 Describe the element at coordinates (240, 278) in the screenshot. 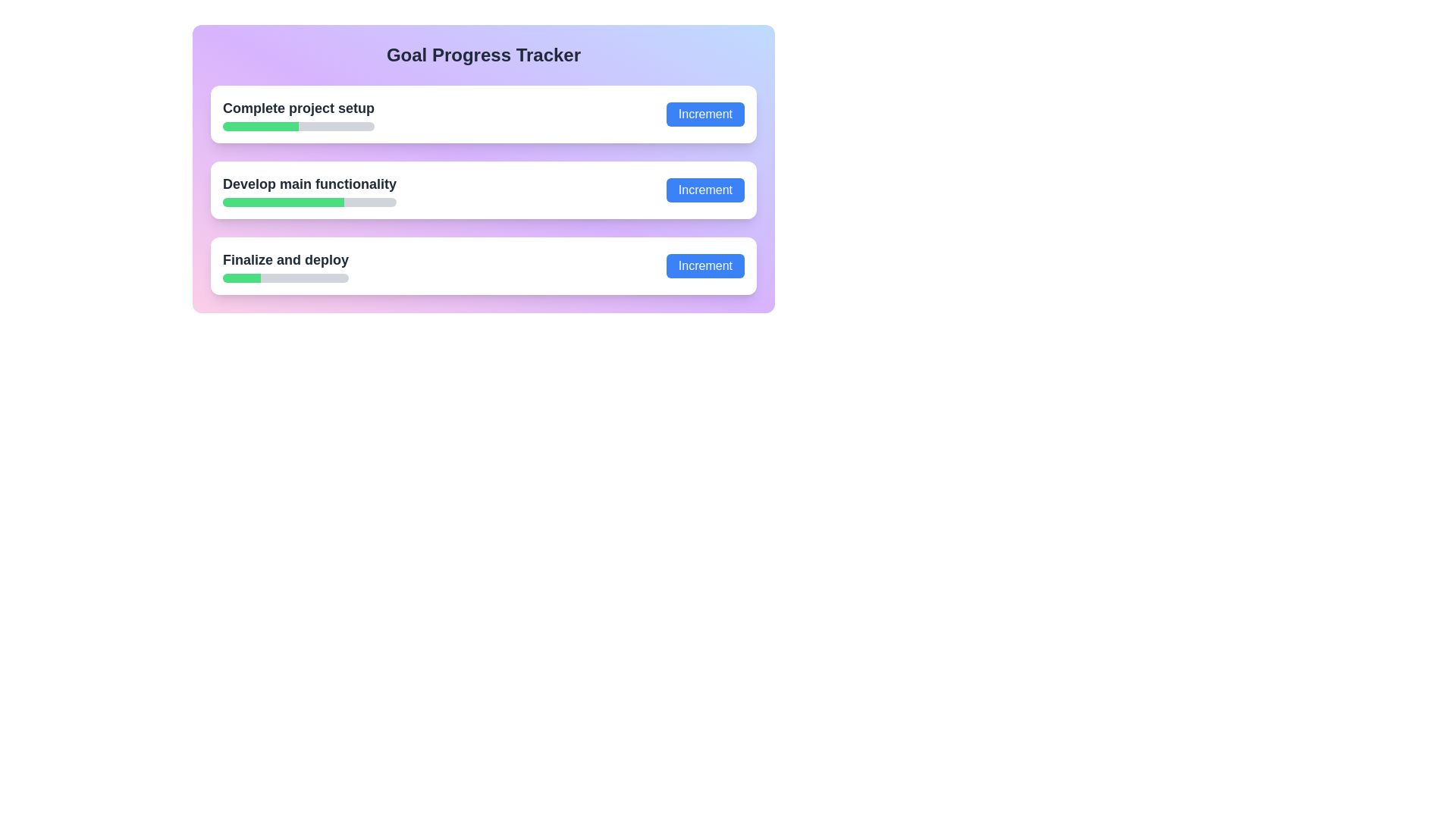

I see `the green filled portion of the progress bar segment representing the task 'Finalize and deploy' in the 'Goal Progress Tracker' interface` at that location.